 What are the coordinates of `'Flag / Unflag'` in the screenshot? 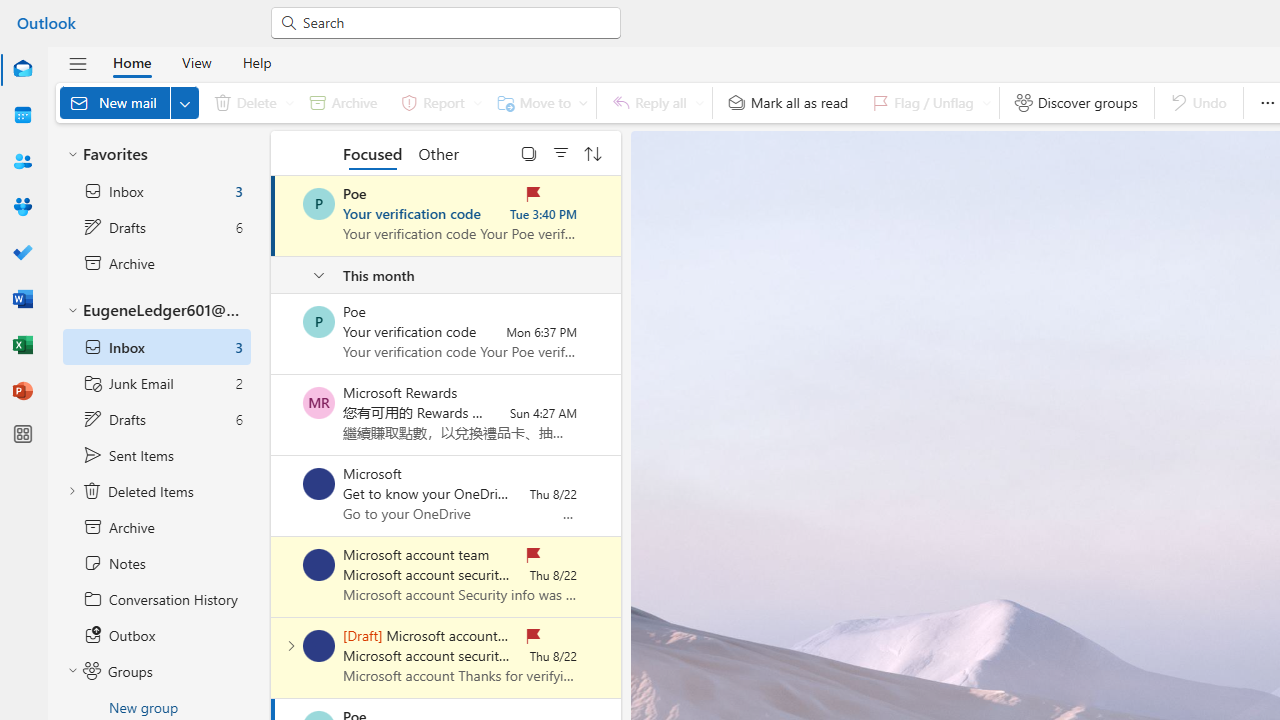 It's located at (926, 102).